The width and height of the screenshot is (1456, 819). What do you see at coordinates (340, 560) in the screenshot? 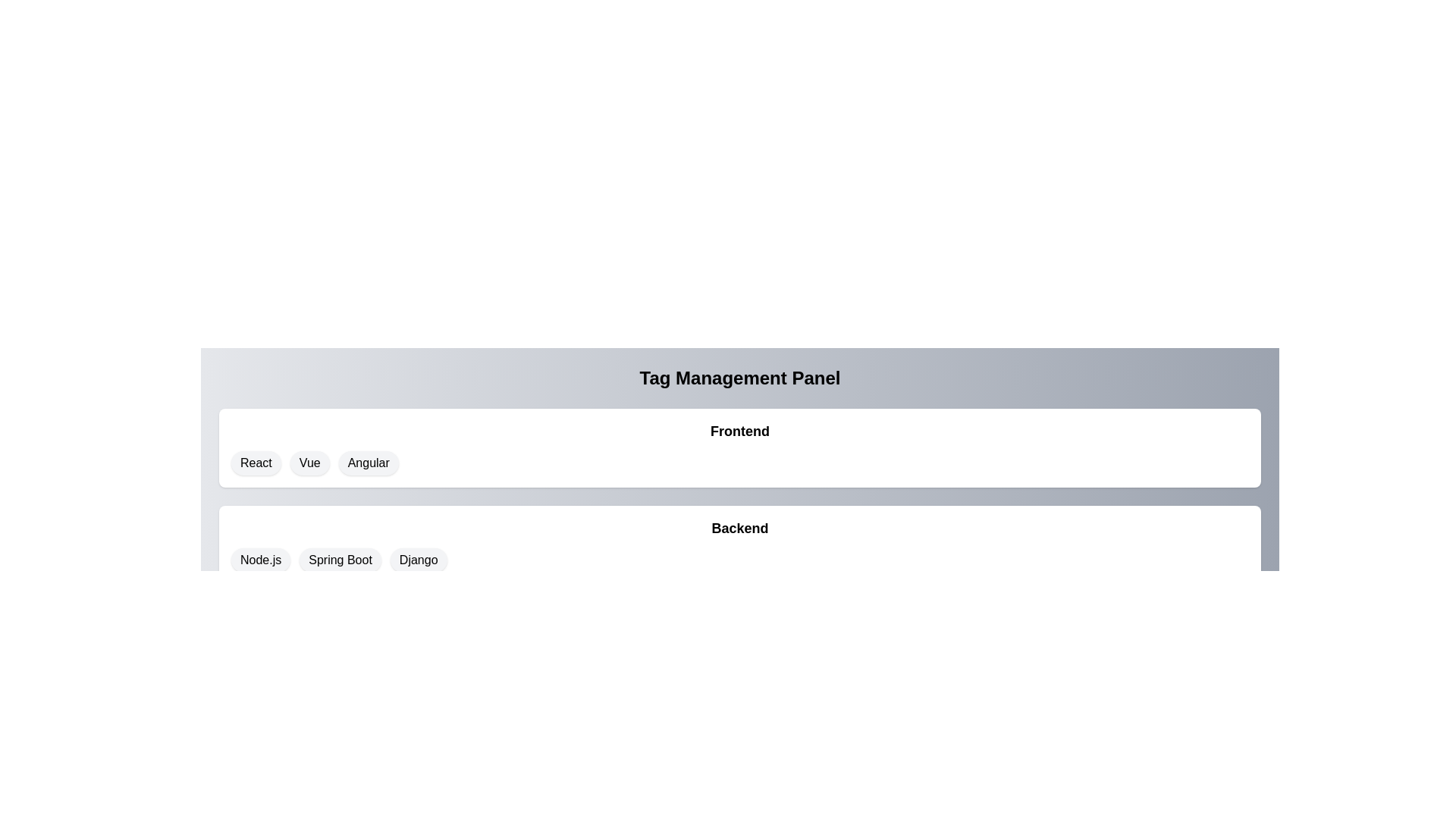
I see `the second button labeled 'Spring Boot'` at bounding box center [340, 560].